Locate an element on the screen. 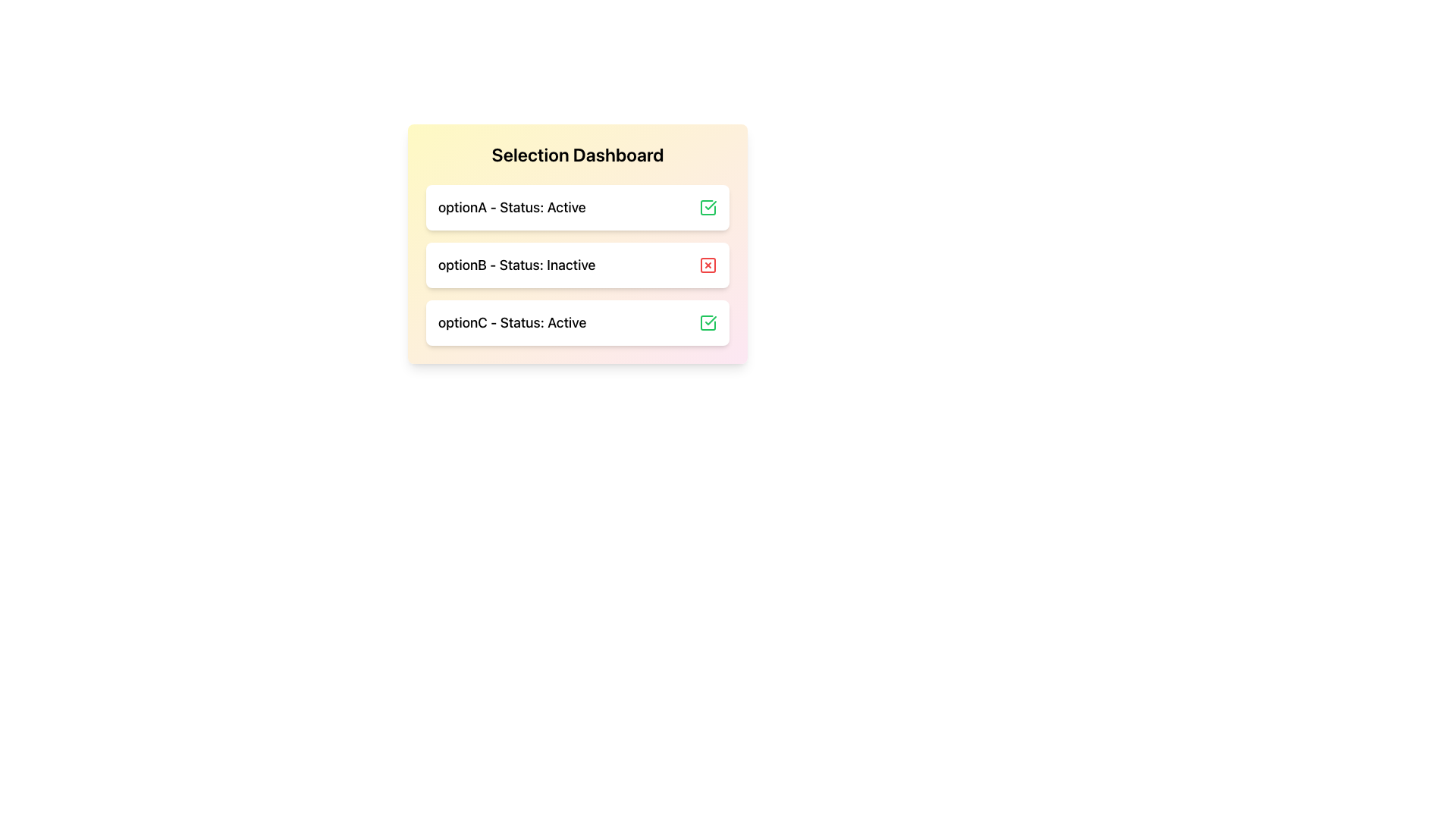 The width and height of the screenshot is (1456, 819). the square icon with a red border and red 'X' symbol inside, located in the card titled 'optionB - Status: Inactive' within the 'Selection Dashboard' panel is located at coordinates (708, 265).